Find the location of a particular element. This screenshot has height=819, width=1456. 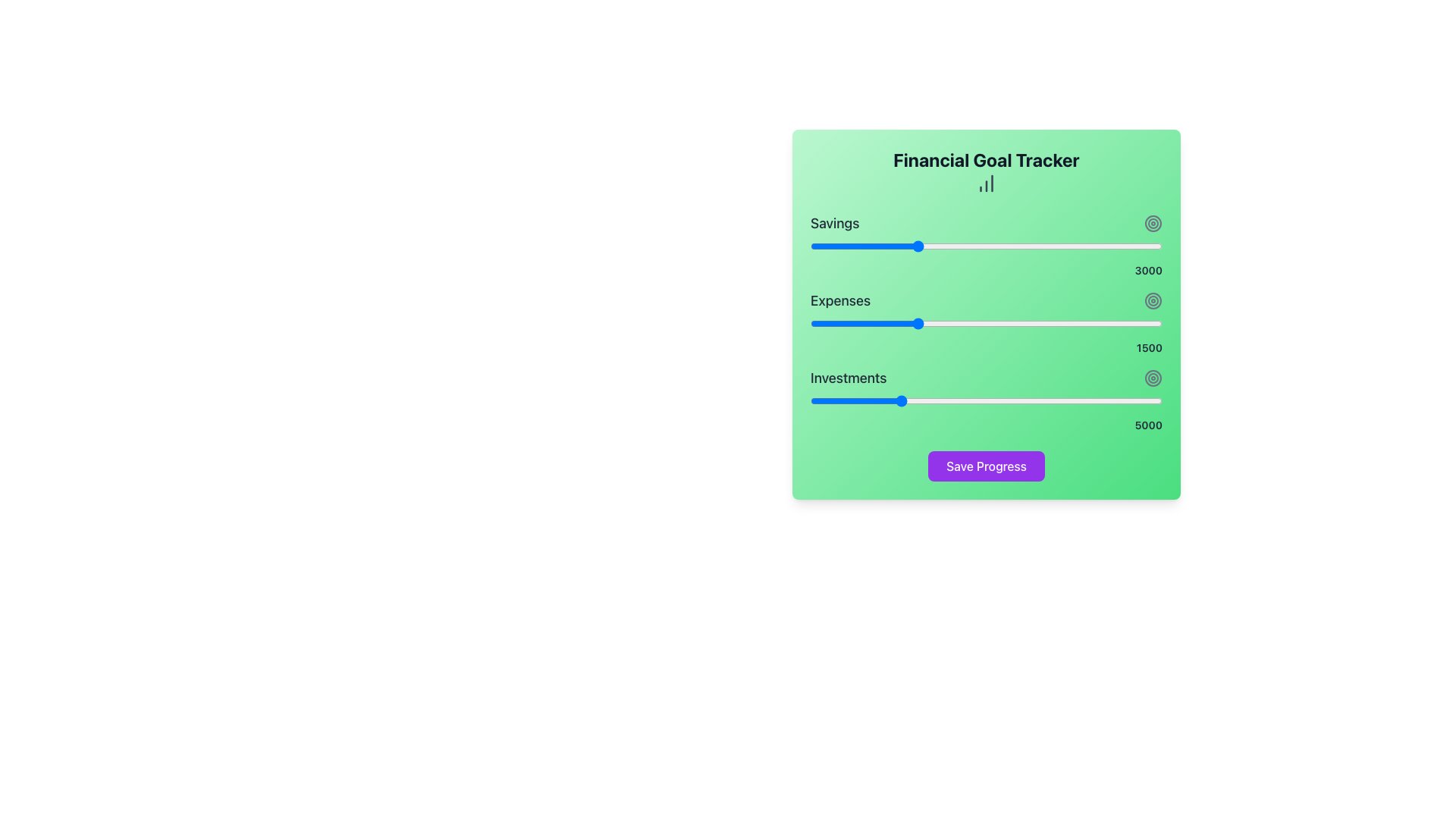

the 'Investments' slider is located at coordinates (875, 400).